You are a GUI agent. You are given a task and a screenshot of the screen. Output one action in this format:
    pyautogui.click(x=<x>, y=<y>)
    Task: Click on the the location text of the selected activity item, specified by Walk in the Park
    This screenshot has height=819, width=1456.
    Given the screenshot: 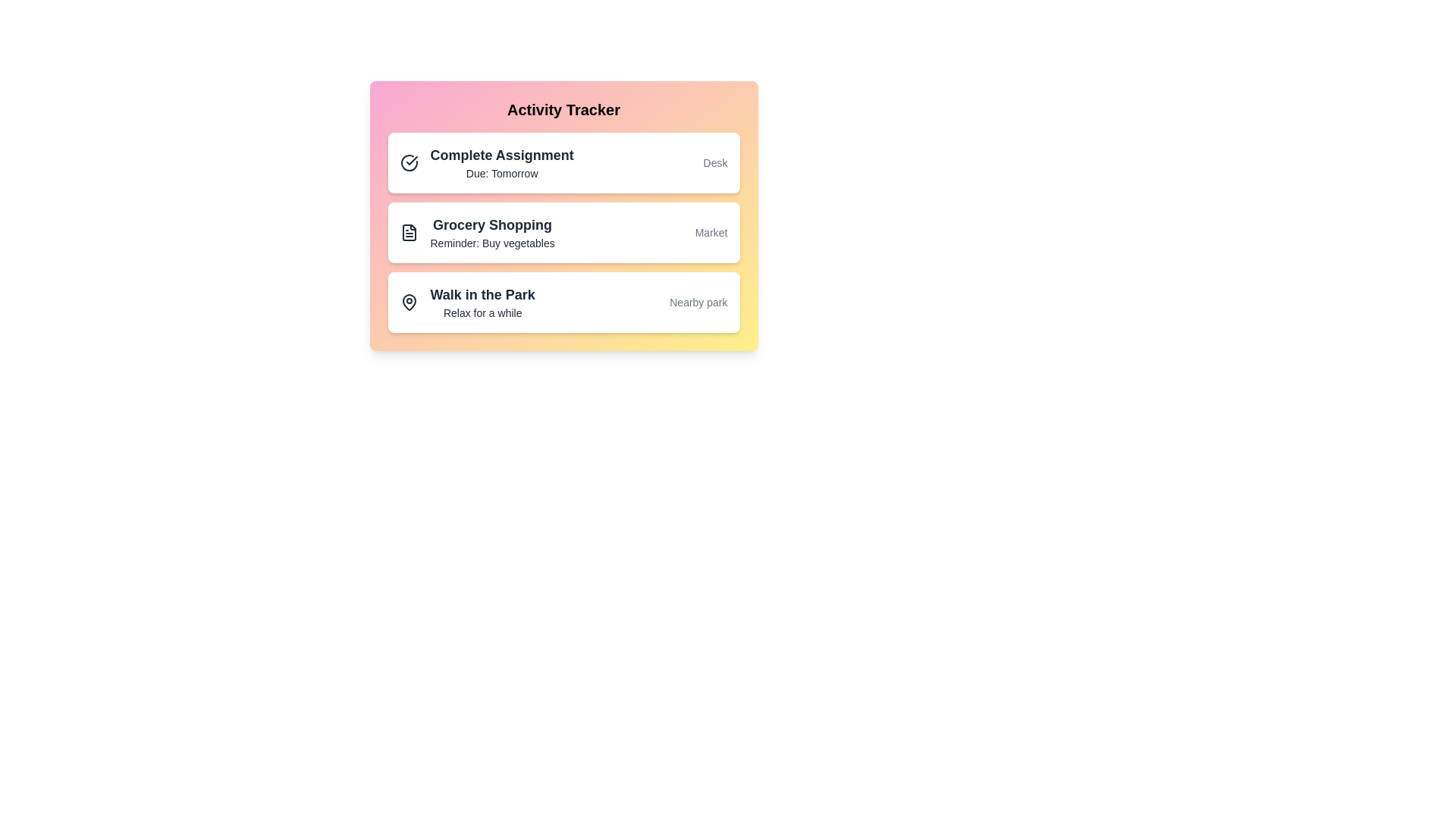 What is the action you would take?
    pyautogui.click(x=698, y=302)
    